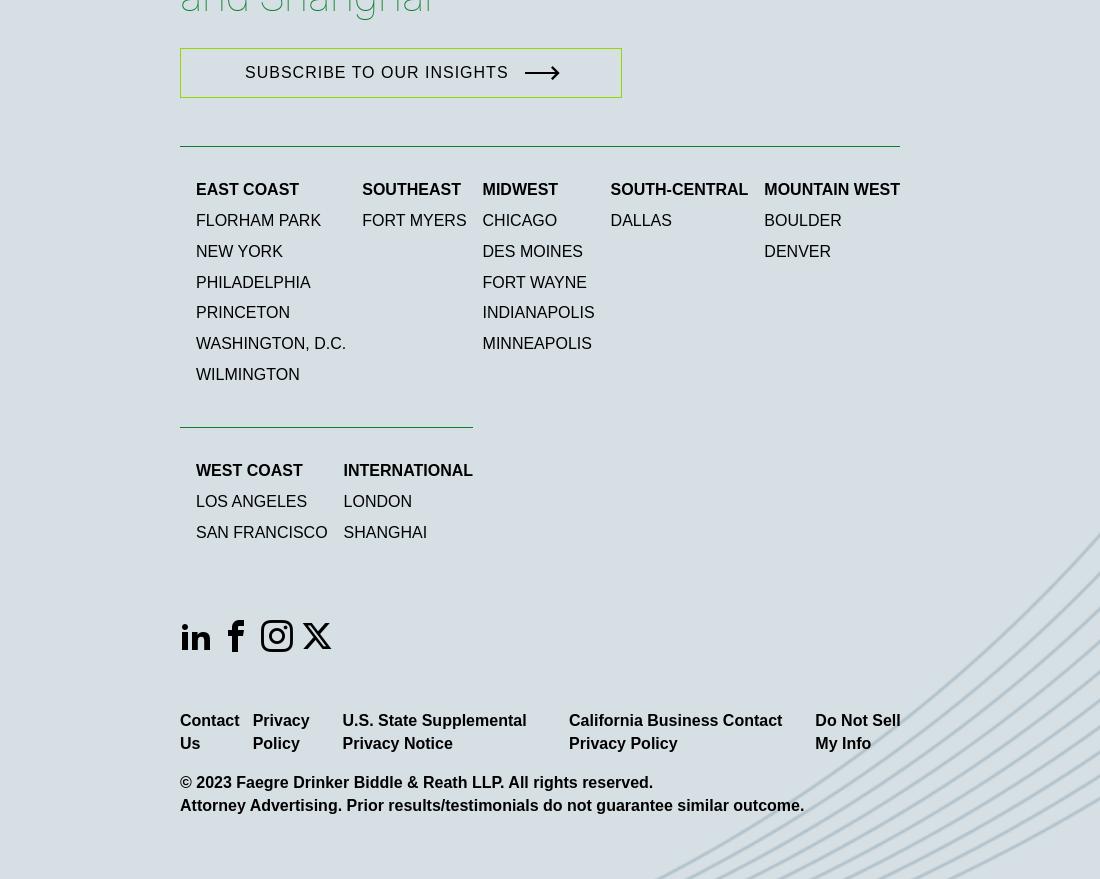 The width and height of the screenshot is (1100, 879). I want to click on 'Southeast', so click(410, 188).